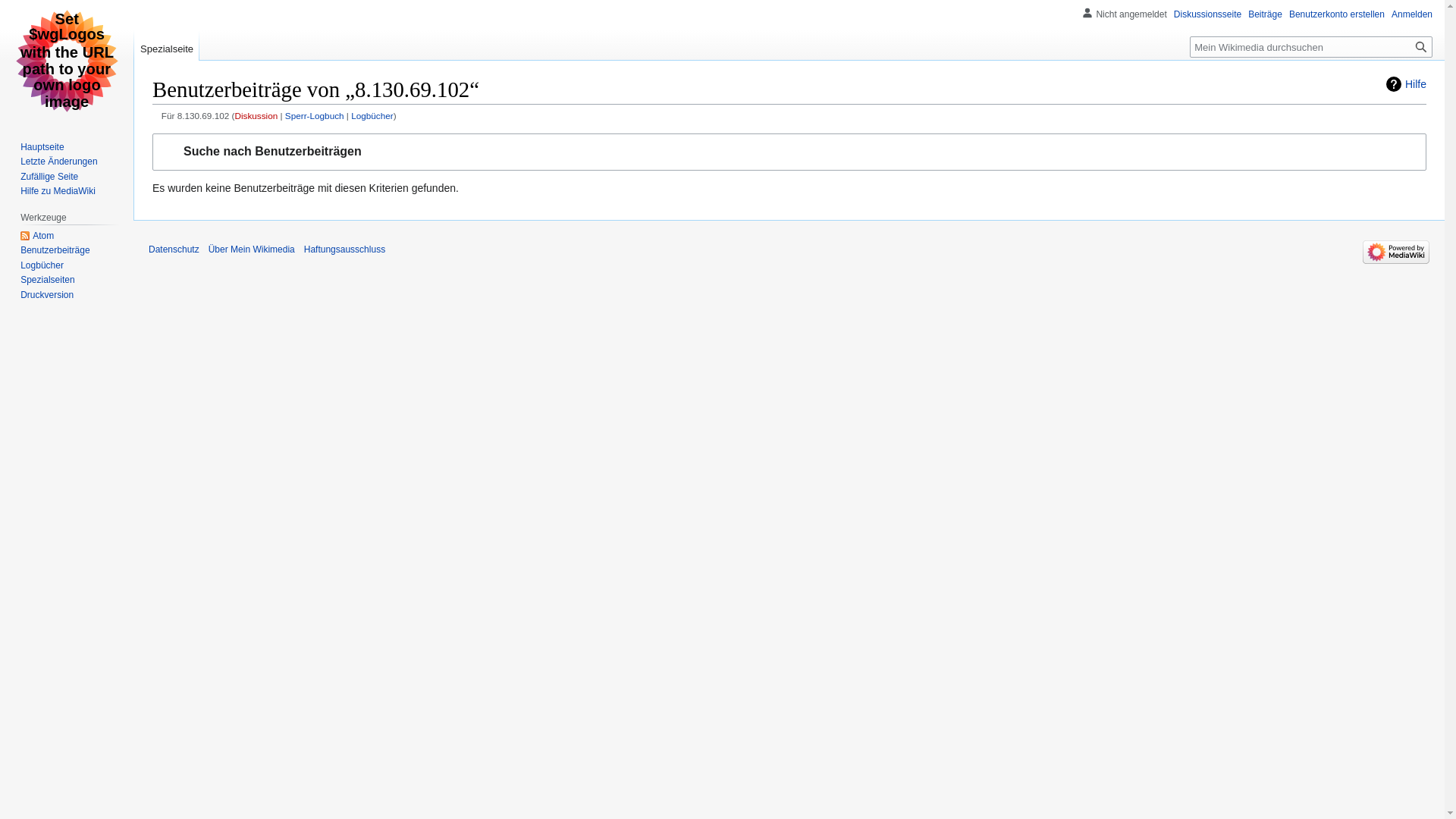 This screenshot has width=1456, height=819. I want to click on 'Hilfe zu MediaWiki', so click(58, 190).